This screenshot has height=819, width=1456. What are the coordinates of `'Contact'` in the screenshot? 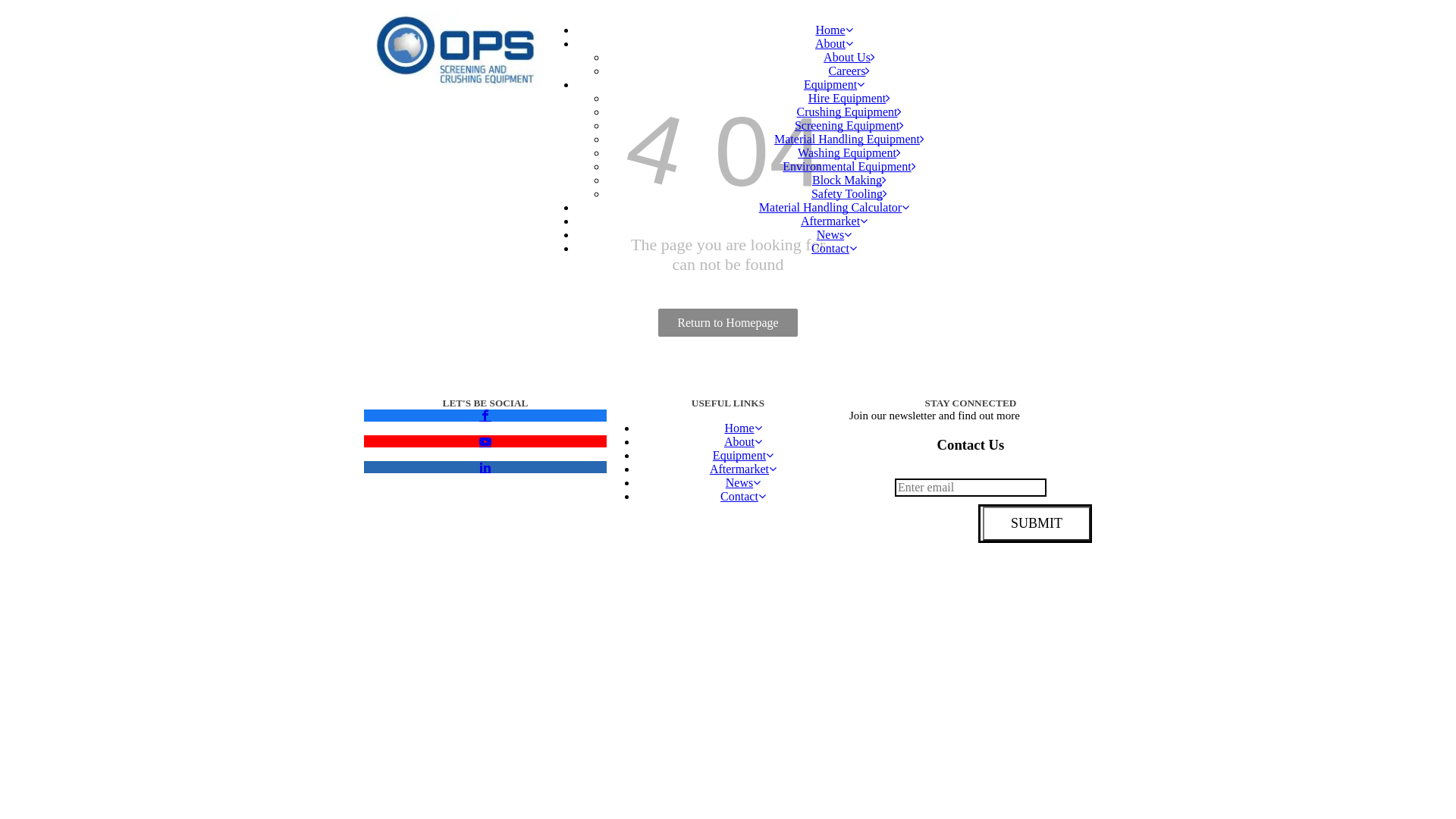 It's located at (742, 496).